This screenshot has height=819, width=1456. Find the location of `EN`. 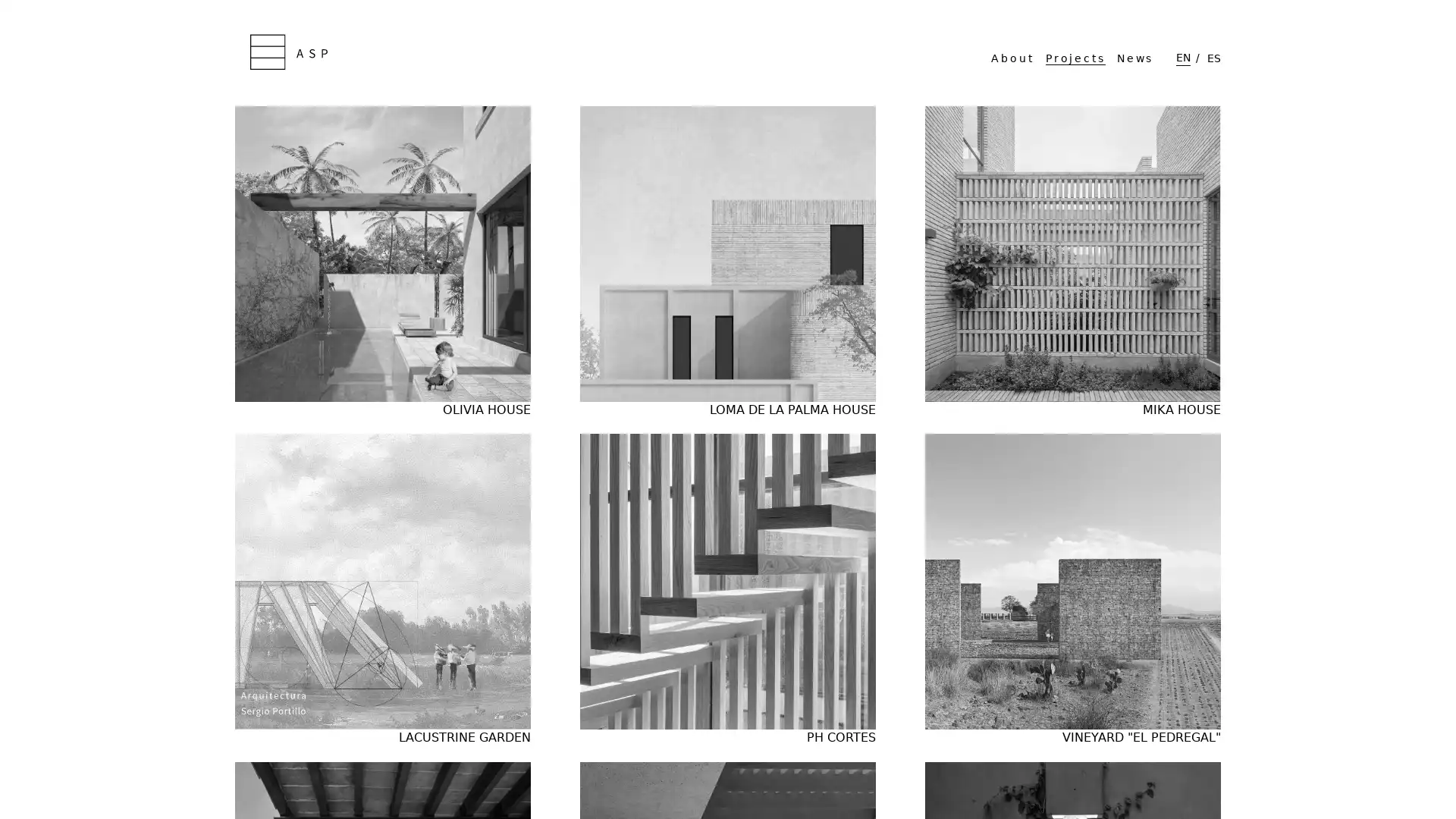

EN is located at coordinates (1182, 57).